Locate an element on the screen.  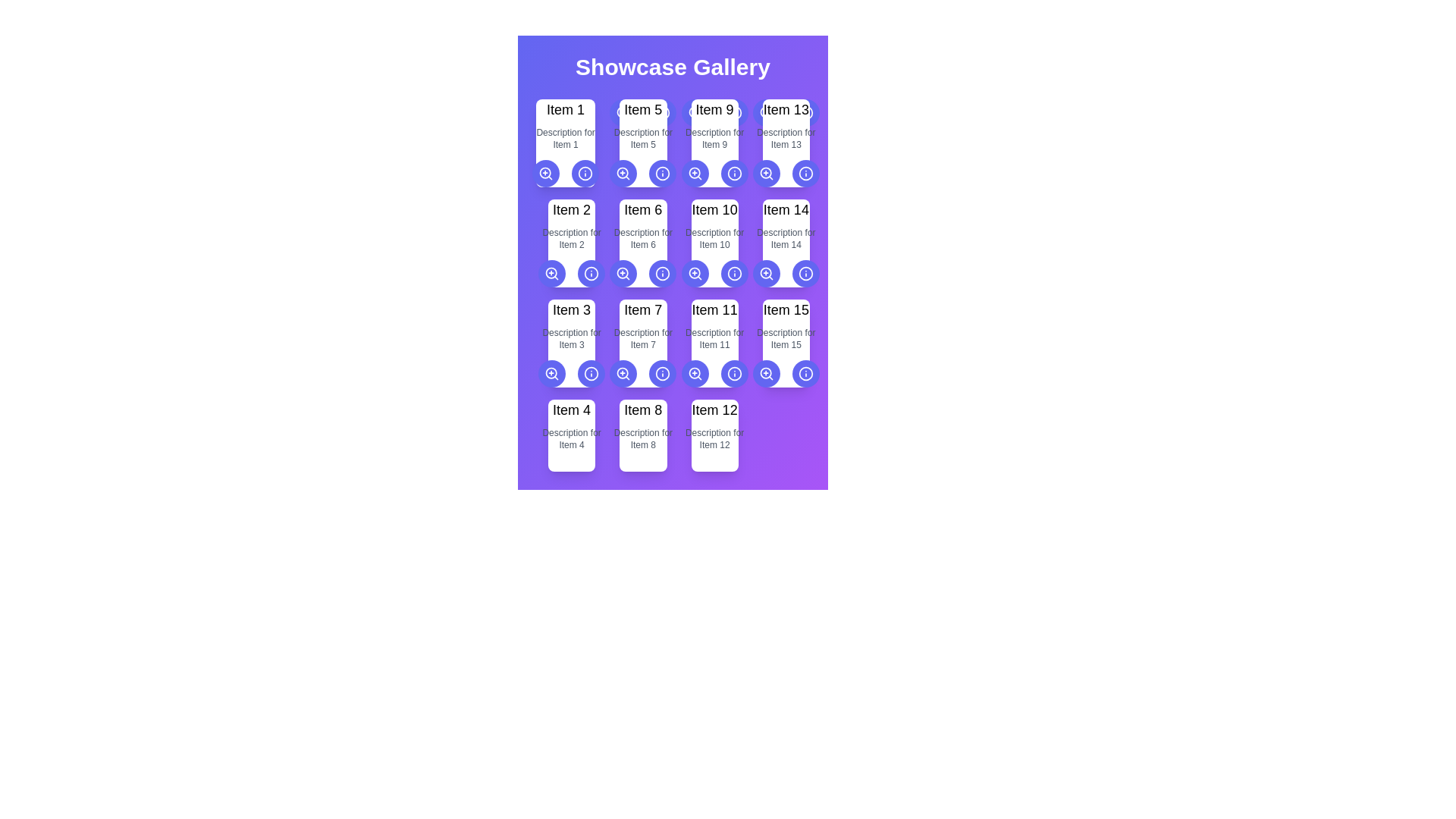
the information button icon located in the bottom-right corner of the cell for 'Item 5' in the grid layout is located at coordinates (663, 172).